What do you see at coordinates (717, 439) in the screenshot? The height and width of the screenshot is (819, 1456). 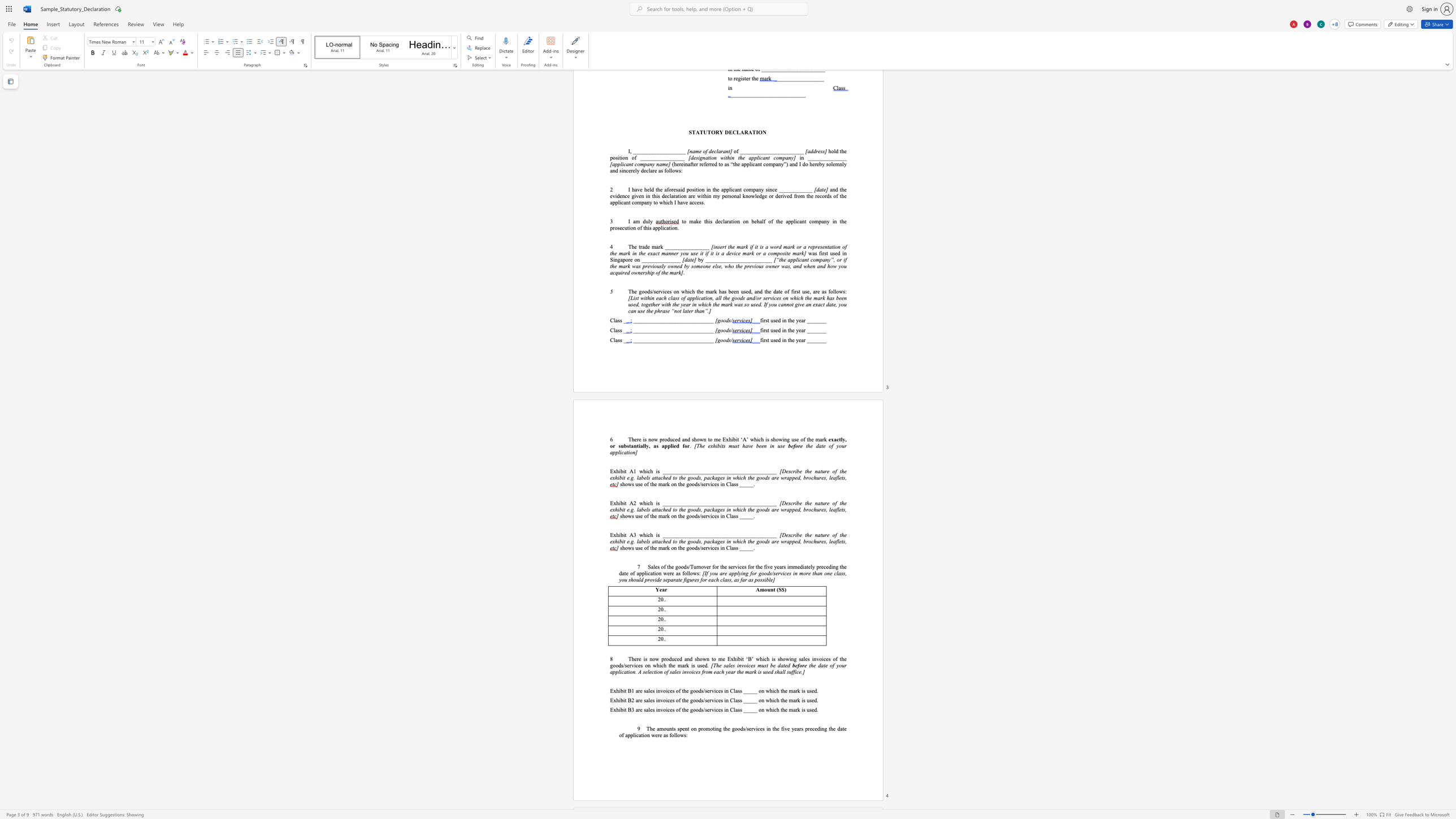 I see `the space between the continuous character "m" and "e" in the text` at bounding box center [717, 439].